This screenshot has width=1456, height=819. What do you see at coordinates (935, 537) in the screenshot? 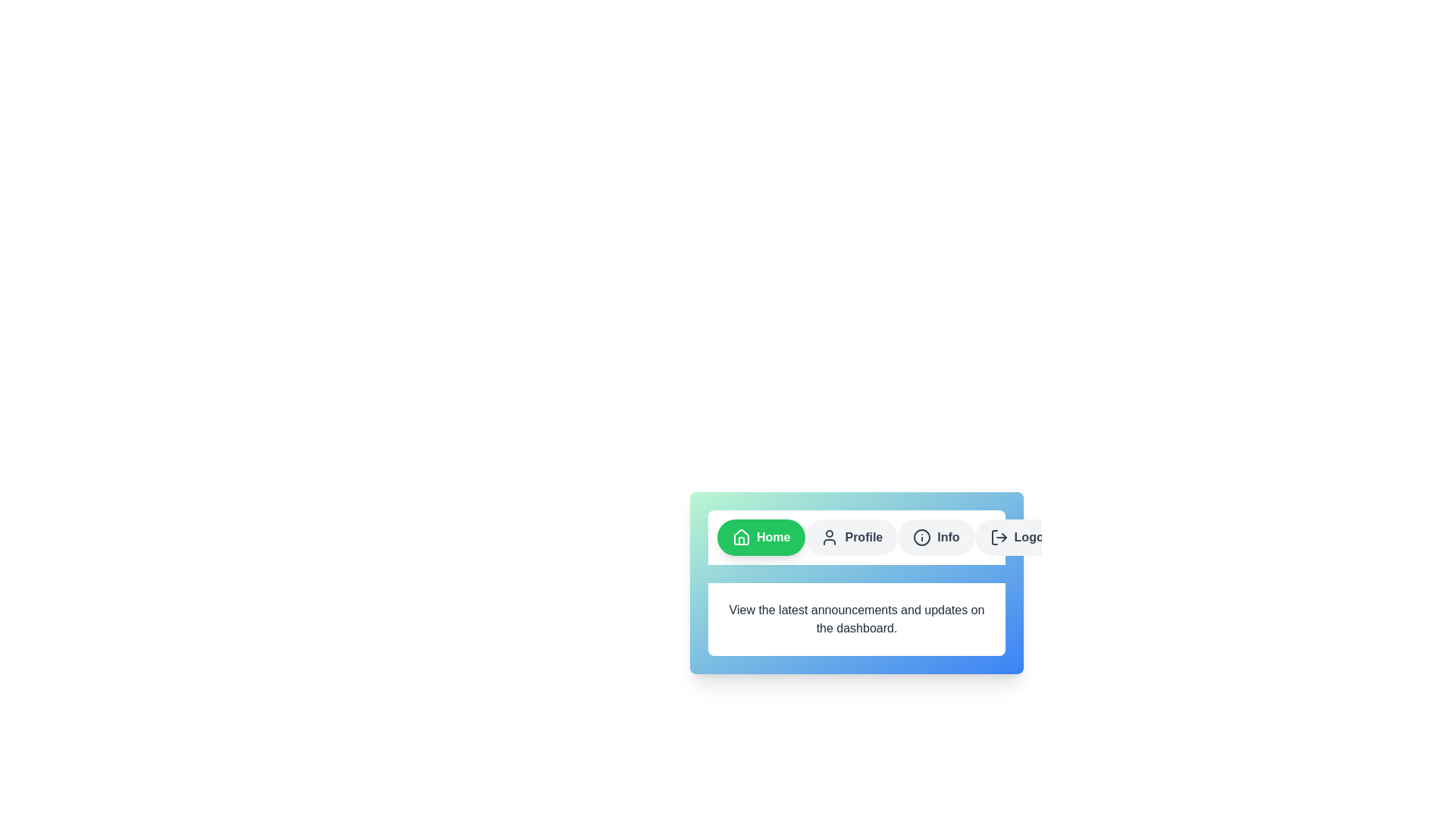
I see `the 'Info' button, which is a rounded rectangular button with a light gray background and dark text, located between the 'Profile' and 'Logout' buttons in the top center menu` at bounding box center [935, 537].